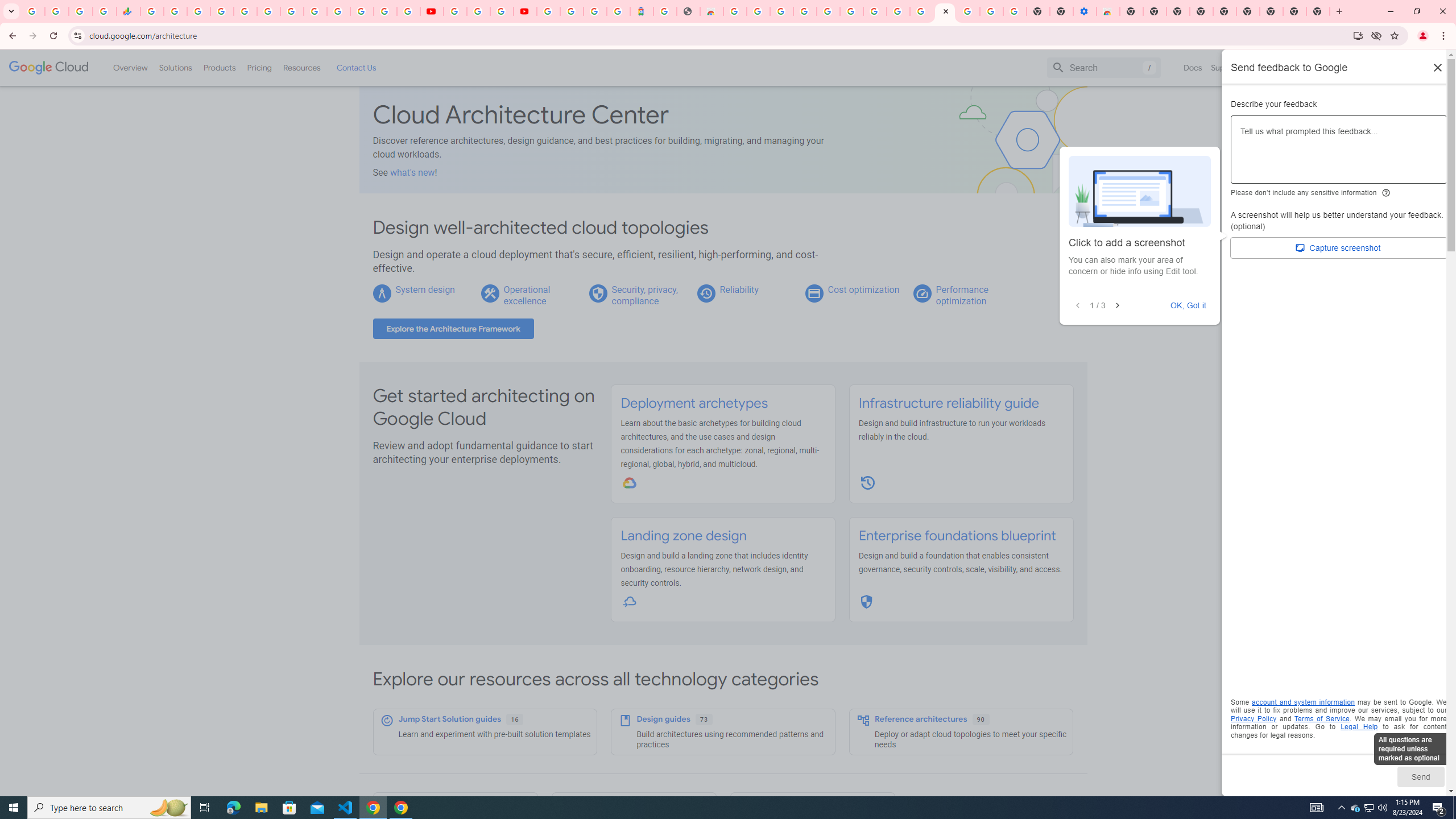 Image resolution: width=1456 pixels, height=819 pixels. Describe the element at coordinates (711, 11) in the screenshot. I see `'Chrome Web Store - Household'` at that location.